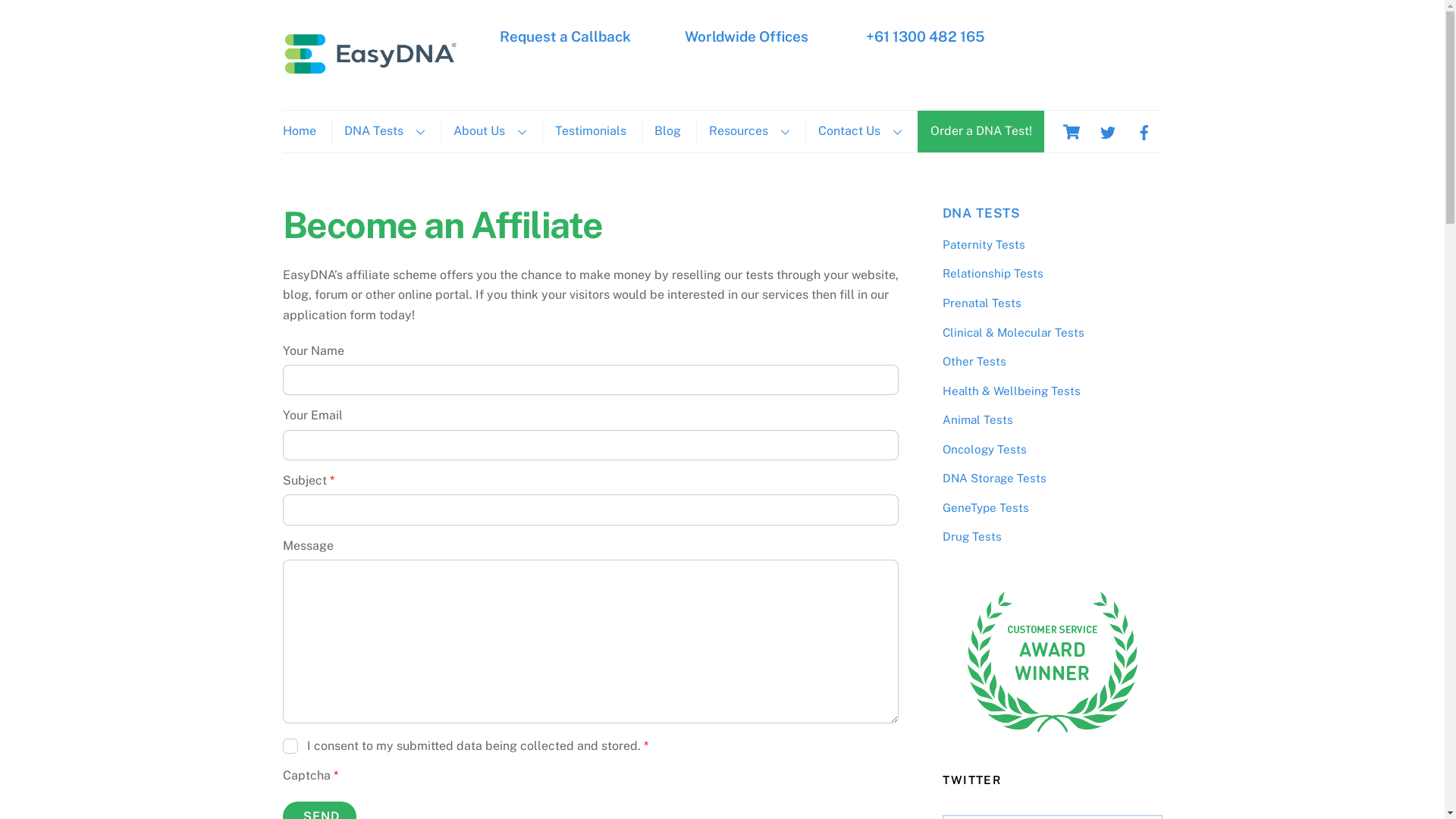  What do you see at coordinates (993, 478) in the screenshot?
I see `'DNA Storage Tests'` at bounding box center [993, 478].